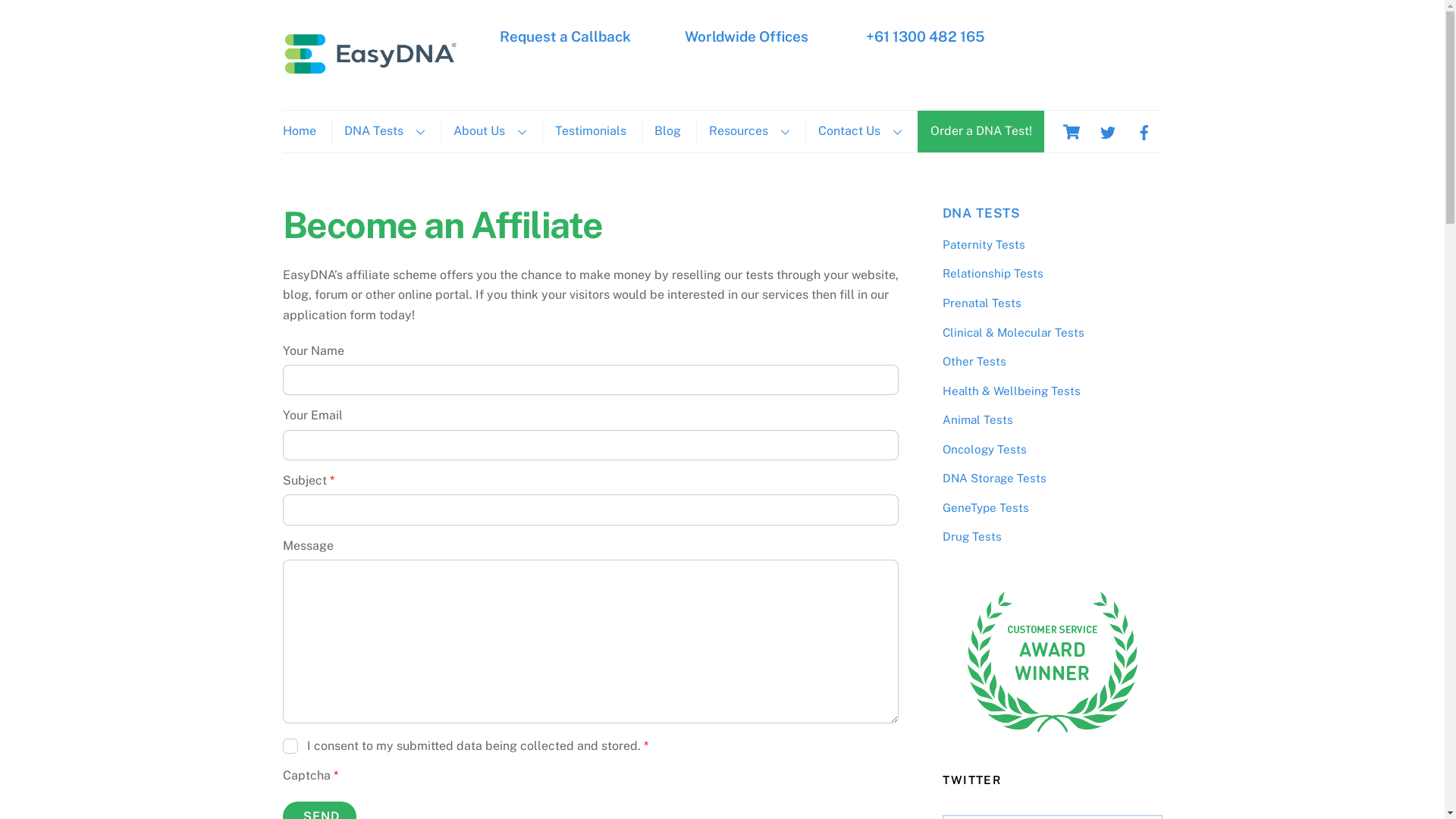  What do you see at coordinates (993, 478) in the screenshot?
I see `'DNA Storage Tests'` at bounding box center [993, 478].